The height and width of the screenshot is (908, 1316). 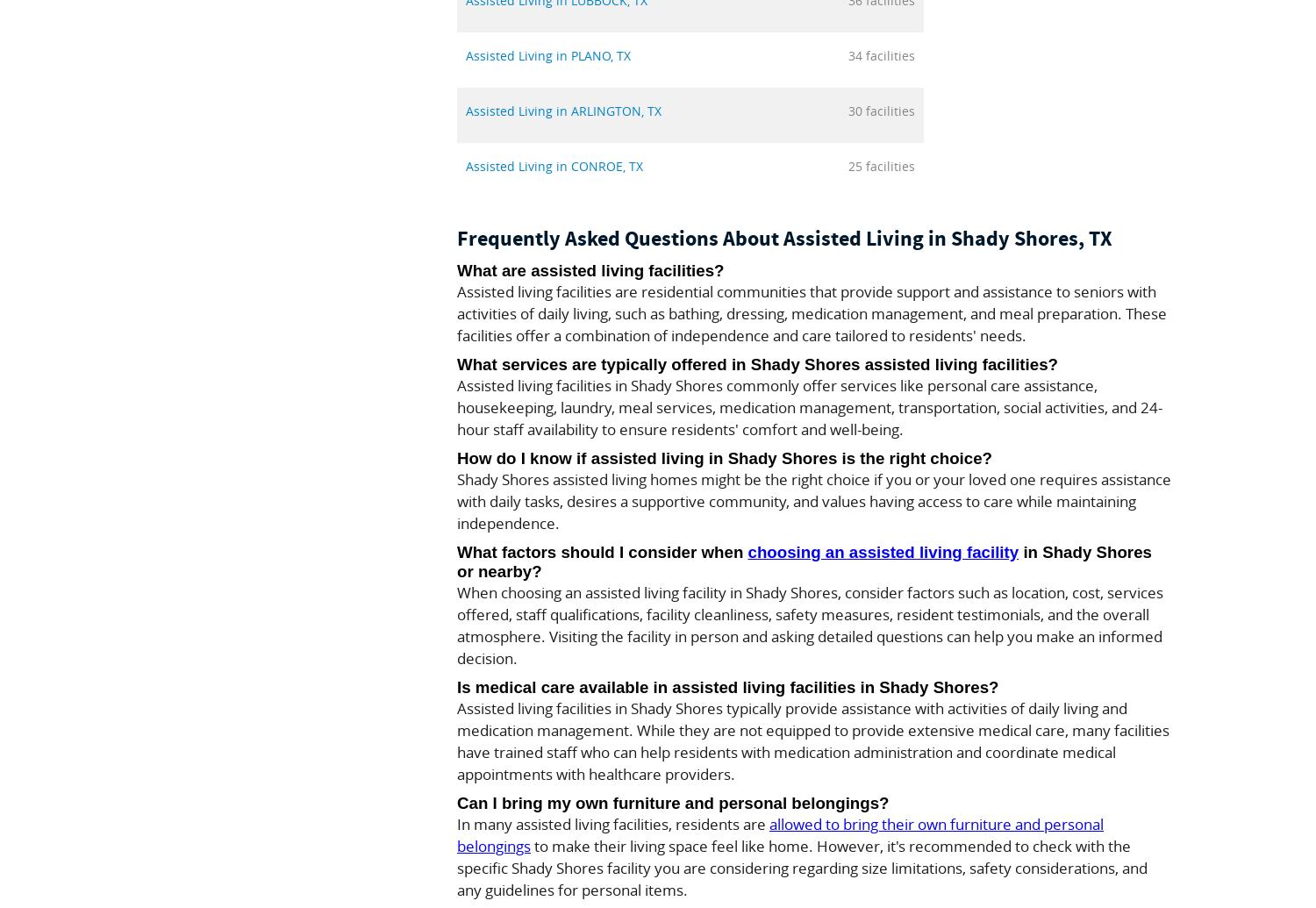 What do you see at coordinates (724, 457) in the screenshot?
I see `'How do I know if assisted living in Shady Shores is the right choice?'` at bounding box center [724, 457].